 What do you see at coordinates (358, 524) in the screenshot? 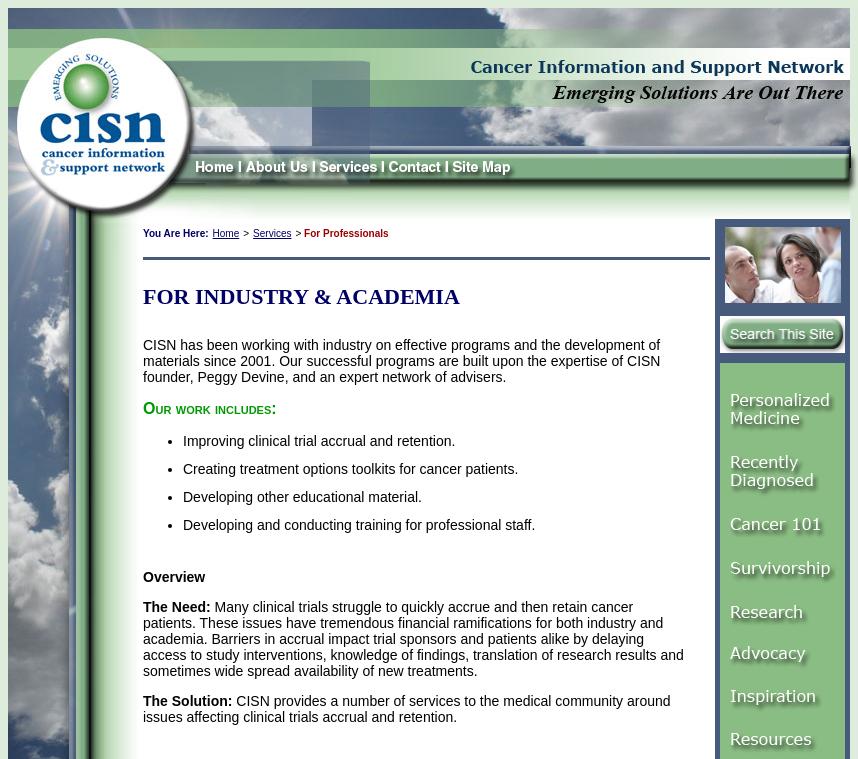
I see `'Developing and conducting training for professional staff.'` at bounding box center [358, 524].